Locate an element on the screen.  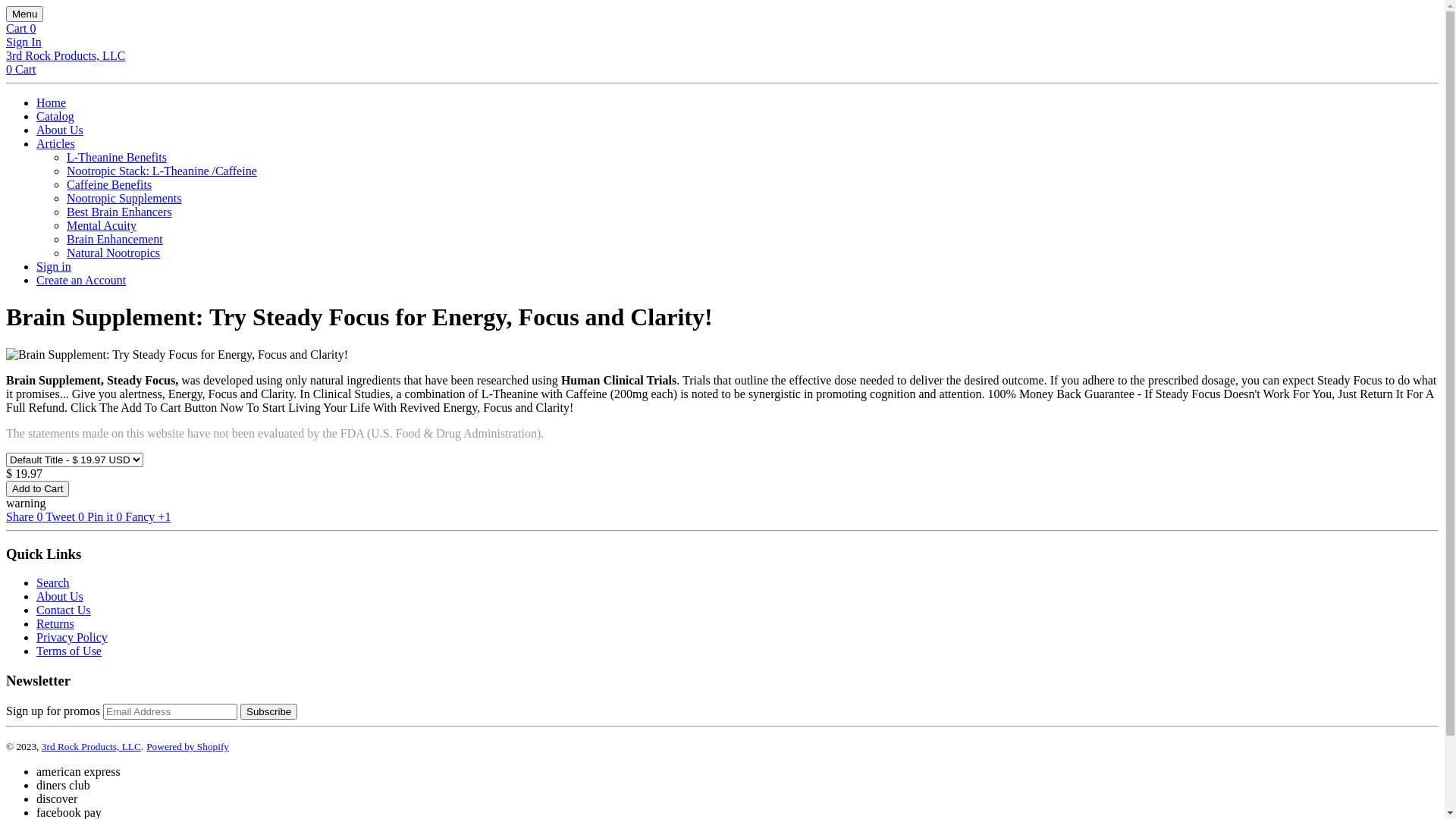
'Pin it 0' is located at coordinates (86, 516).